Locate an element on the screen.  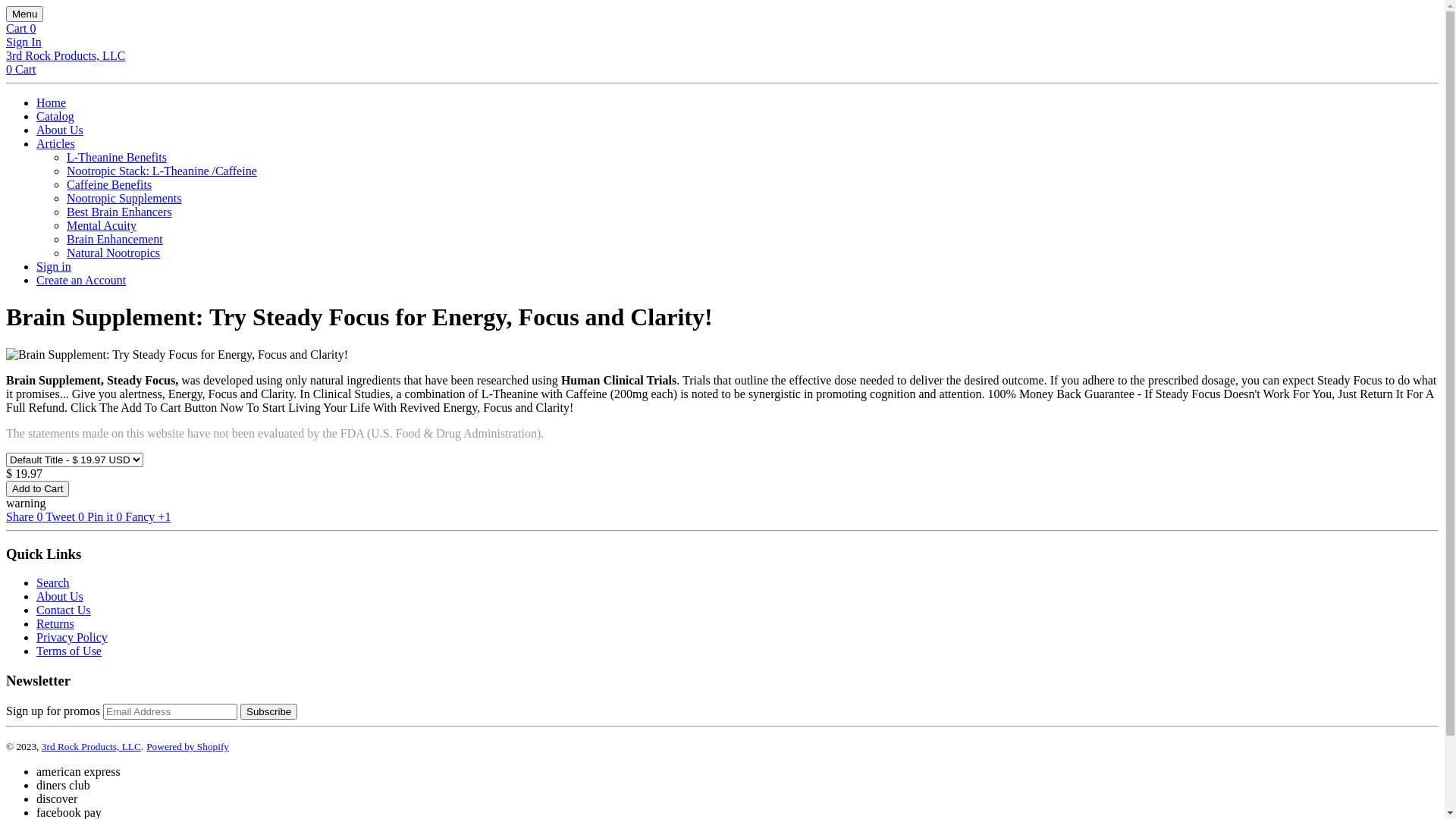
'Pin it 0' is located at coordinates (86, 516).